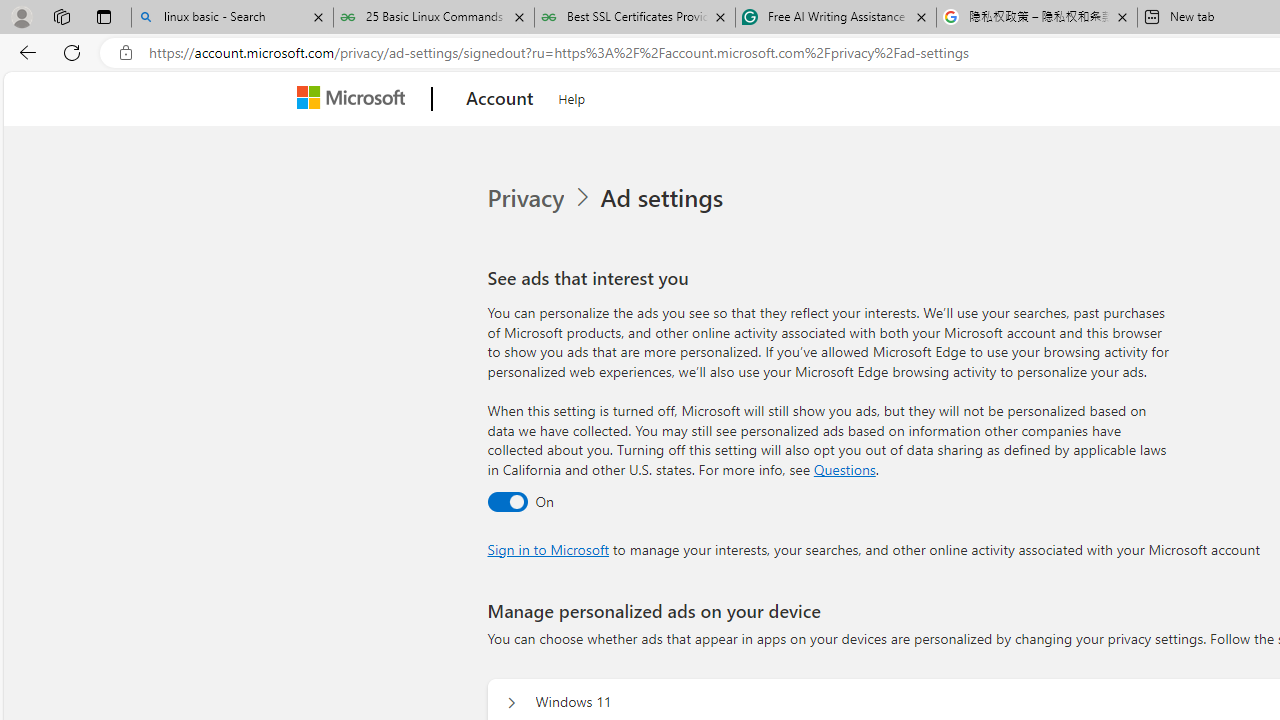 This screenshot has width=1280, height=720. What do you see at coordinates (548, 549) in the screenshot?
I see `'Sign in to Microsoft'` at bounding box center [548, 549].